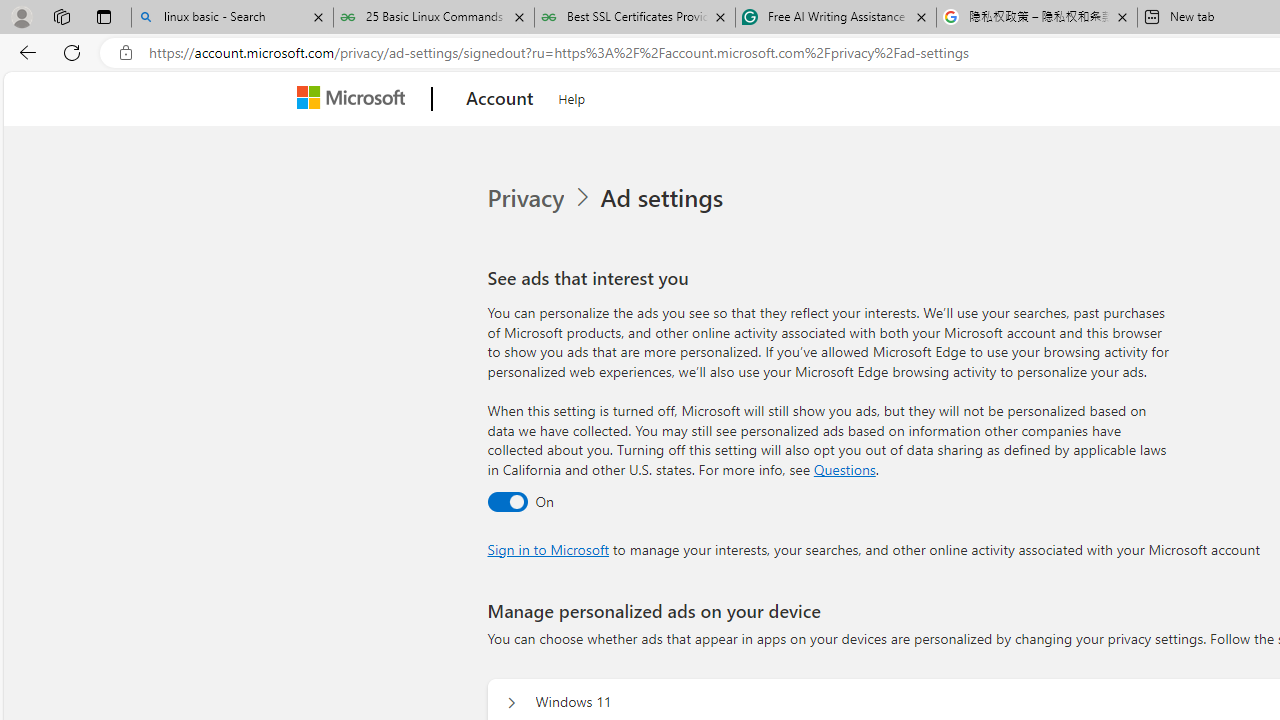 This screenshot has width=1280, height=720. What do you see at coordinates (548, 549) in the screenshot?
I see `'Sign in to Microsoft'` at bounding box center [548, 549].